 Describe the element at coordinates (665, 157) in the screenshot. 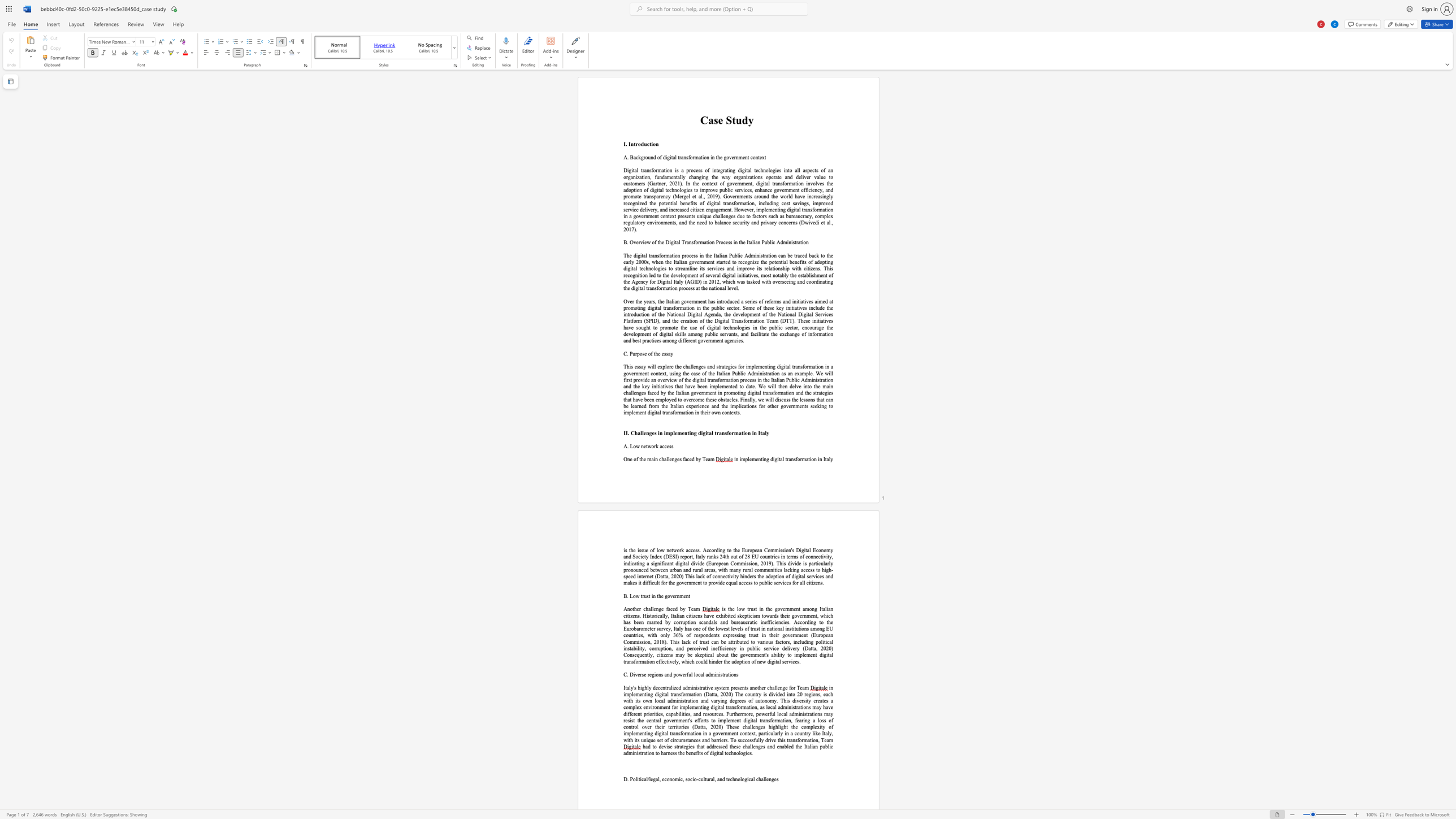

I see `the 1th character "i" in the text` at that location.